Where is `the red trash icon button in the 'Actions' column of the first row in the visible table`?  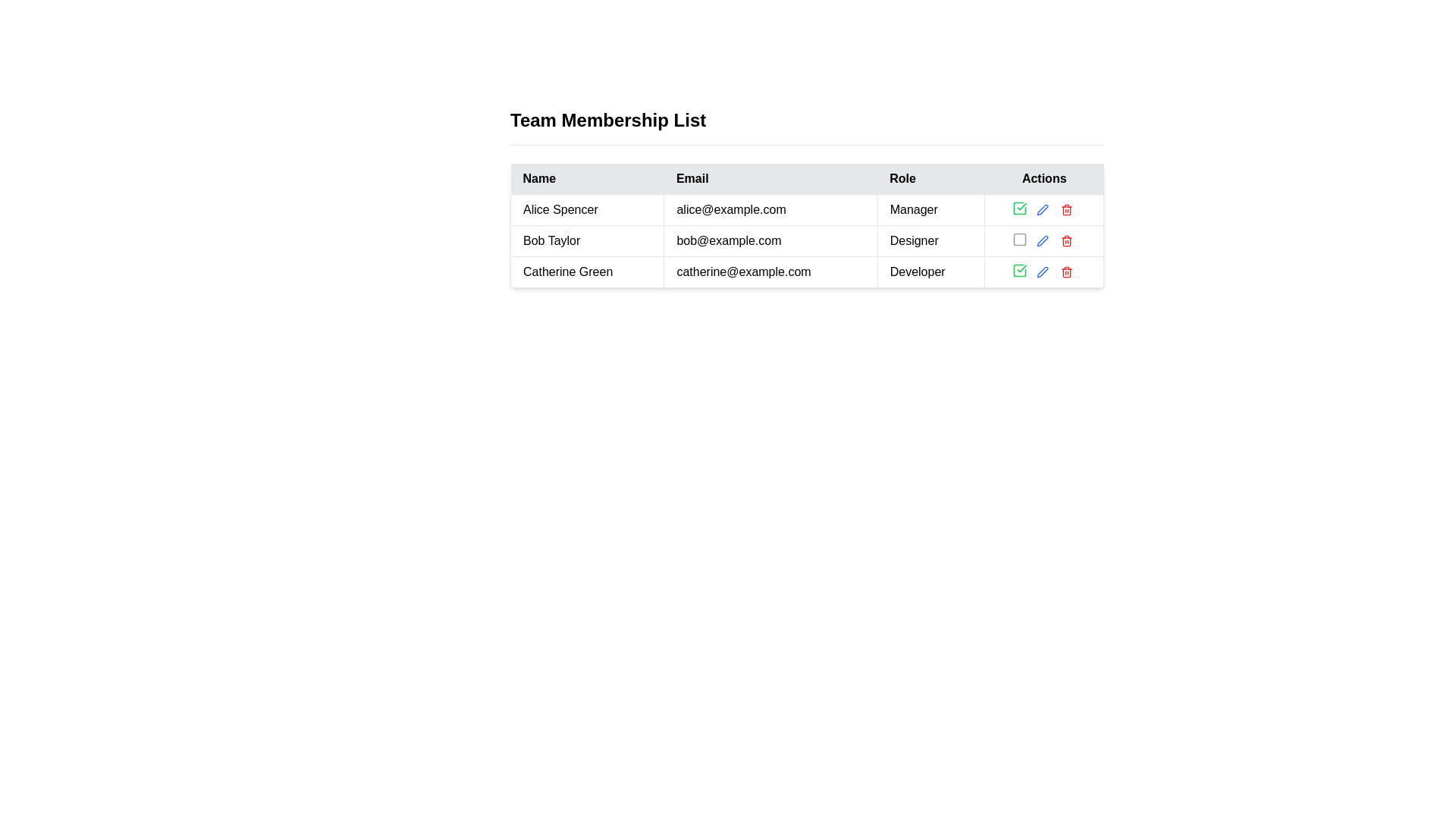 the red trash icon button in the 'Actions' column of the first row in the visible table is located at coordinates (1066, 210).